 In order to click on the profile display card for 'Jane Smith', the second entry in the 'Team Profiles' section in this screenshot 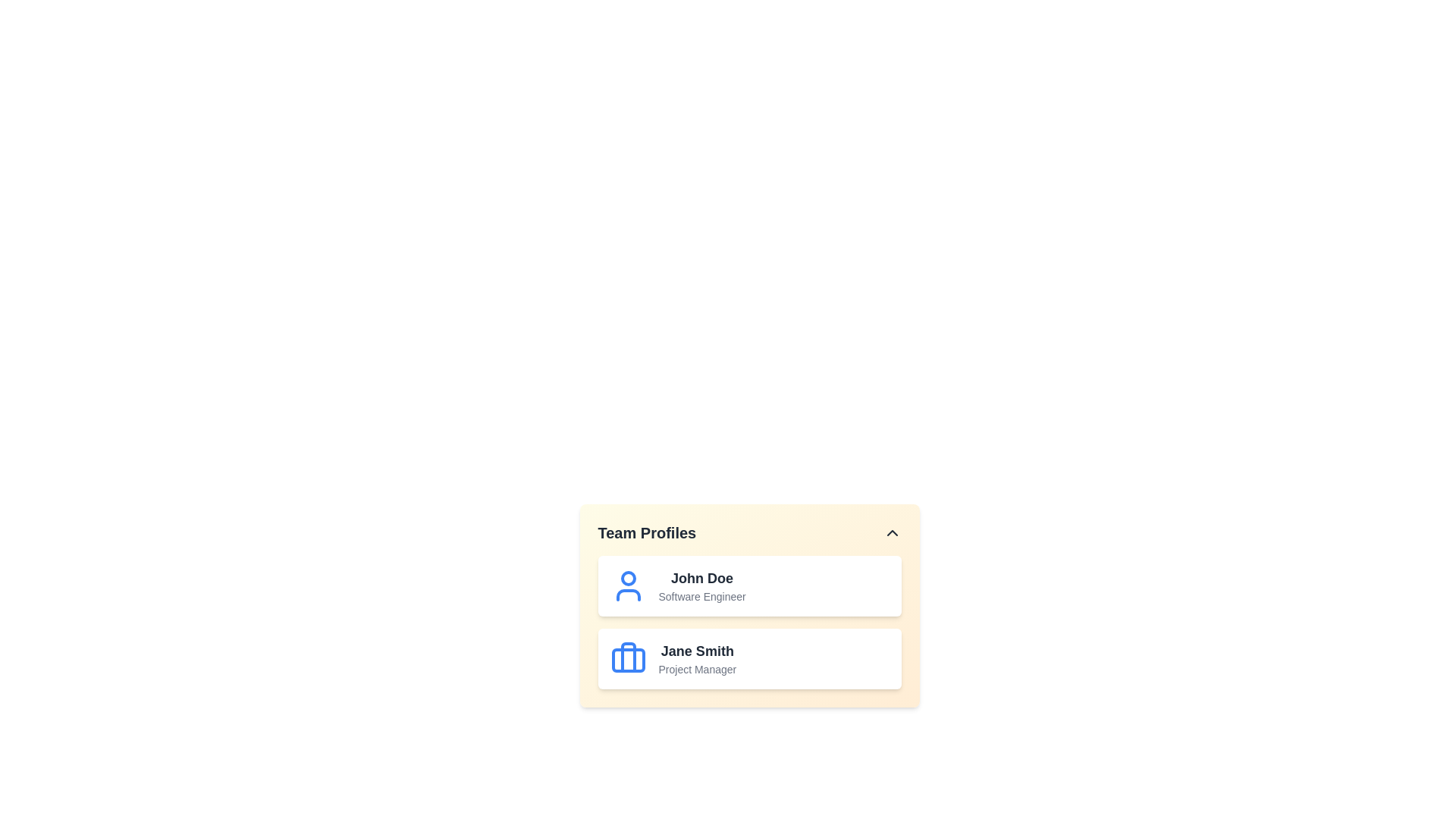, I will do `click(749, 623)`.